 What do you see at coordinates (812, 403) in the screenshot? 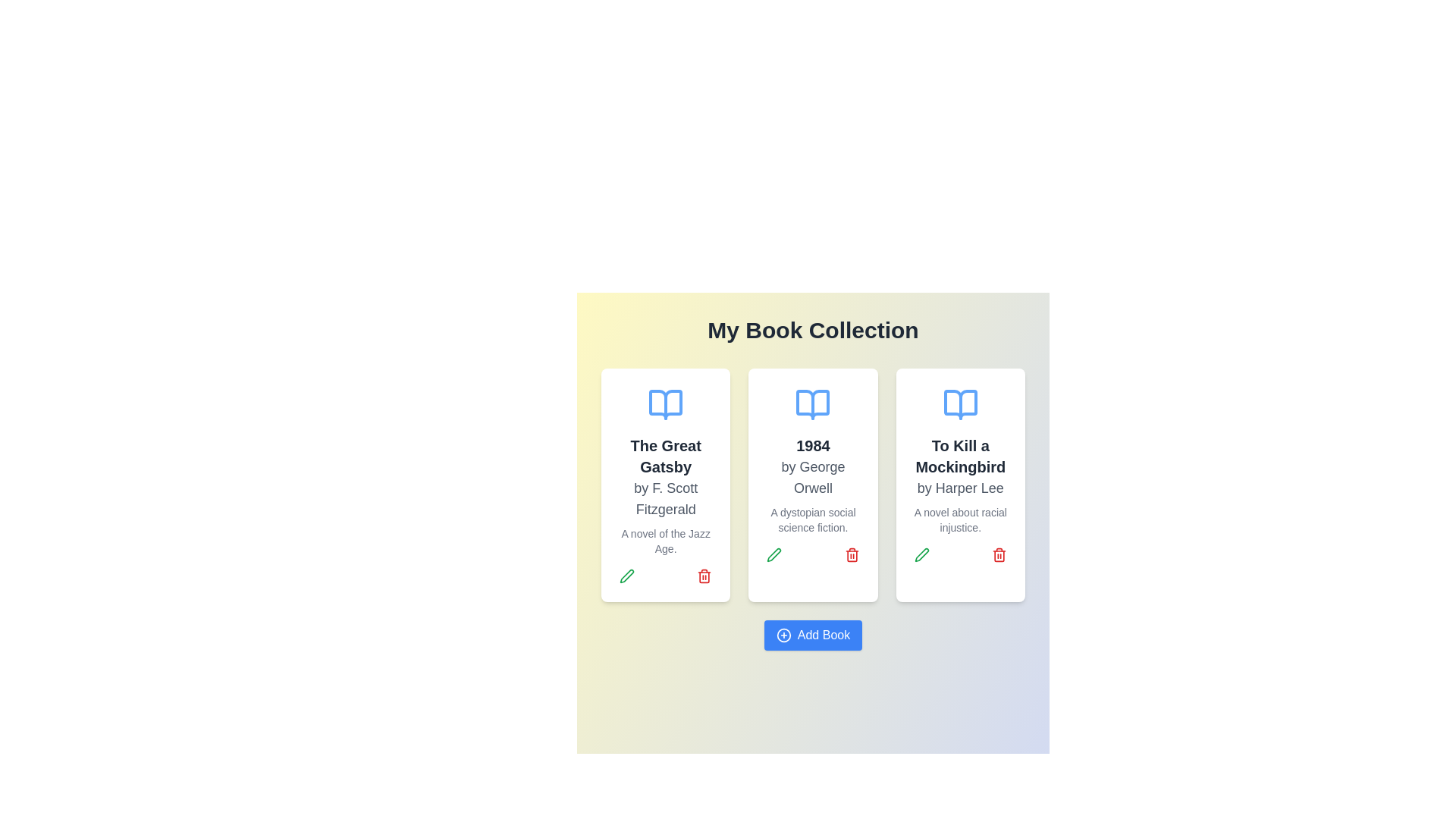
I see `the decorative icon representing the book '1984', which is positioned at the top center of the card above the title text` at bounding box center [812, 403].